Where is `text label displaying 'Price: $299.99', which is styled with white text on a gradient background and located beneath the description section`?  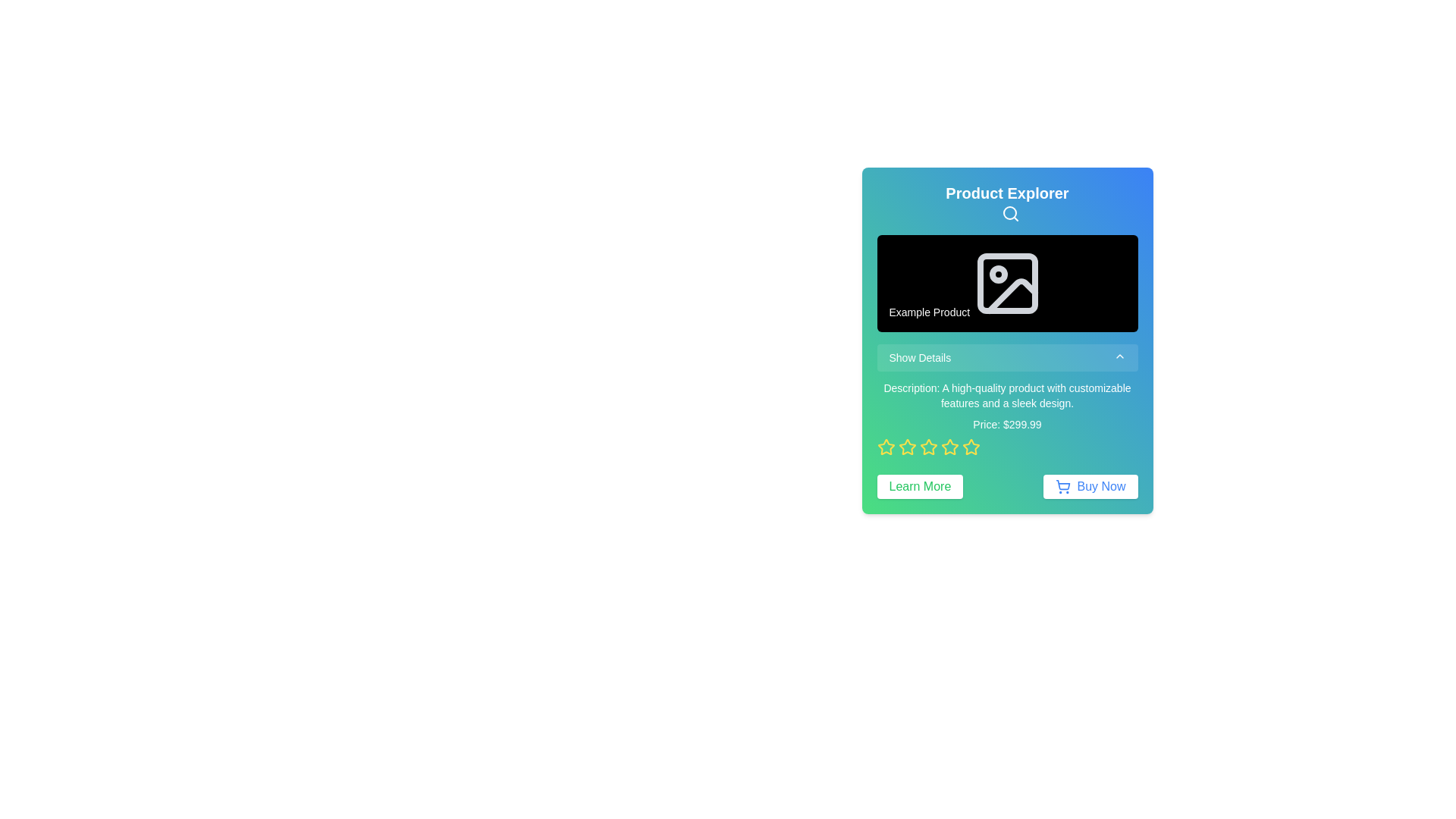 text label displaying 'Price: $299.99', which is styled with white text on a gradient background and located beneath the description section is located at coordinates (1007, 424).